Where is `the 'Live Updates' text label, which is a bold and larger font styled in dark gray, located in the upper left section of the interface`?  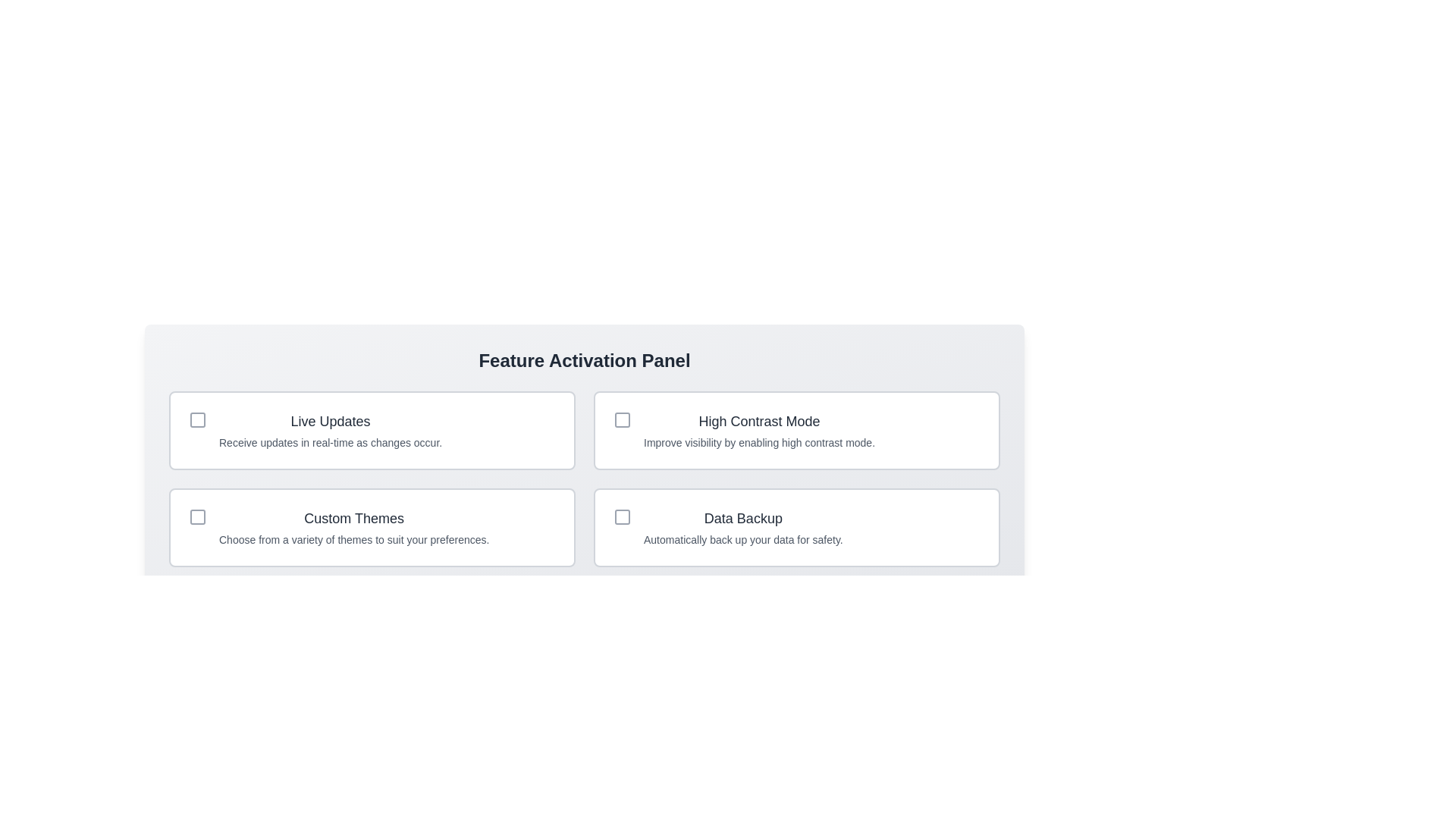 the 'Live Updates' text label, which is a bold and larger font styled in dark gray, located in the upper left section of the interface is located at coordinates (330, 421).